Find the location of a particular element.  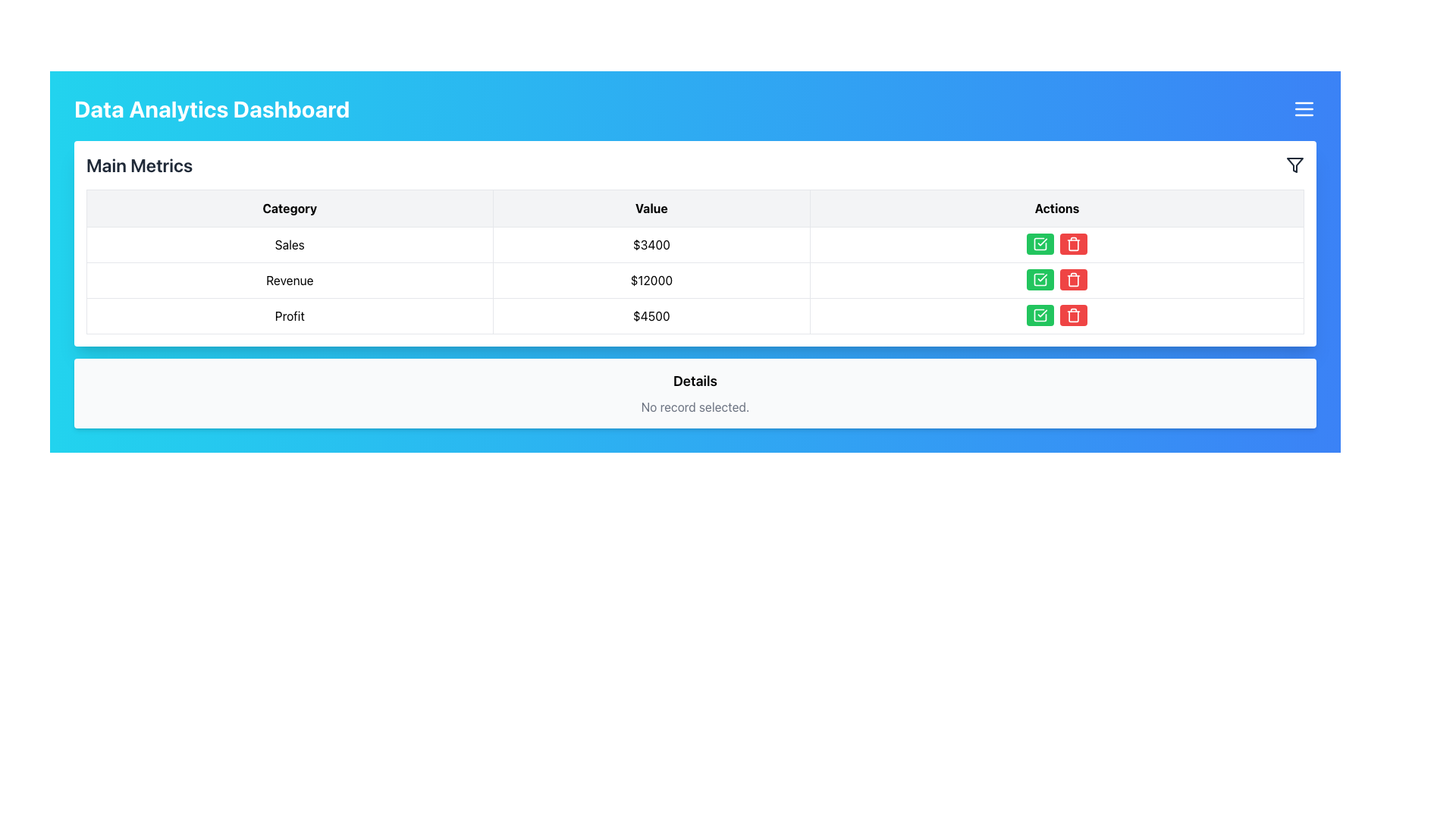

the icon located in the third row under the 'Actions' column of the table, which serves as a visual indicator for confirming or selecting a specific action related to that row is located at coordinates (1040, 280).